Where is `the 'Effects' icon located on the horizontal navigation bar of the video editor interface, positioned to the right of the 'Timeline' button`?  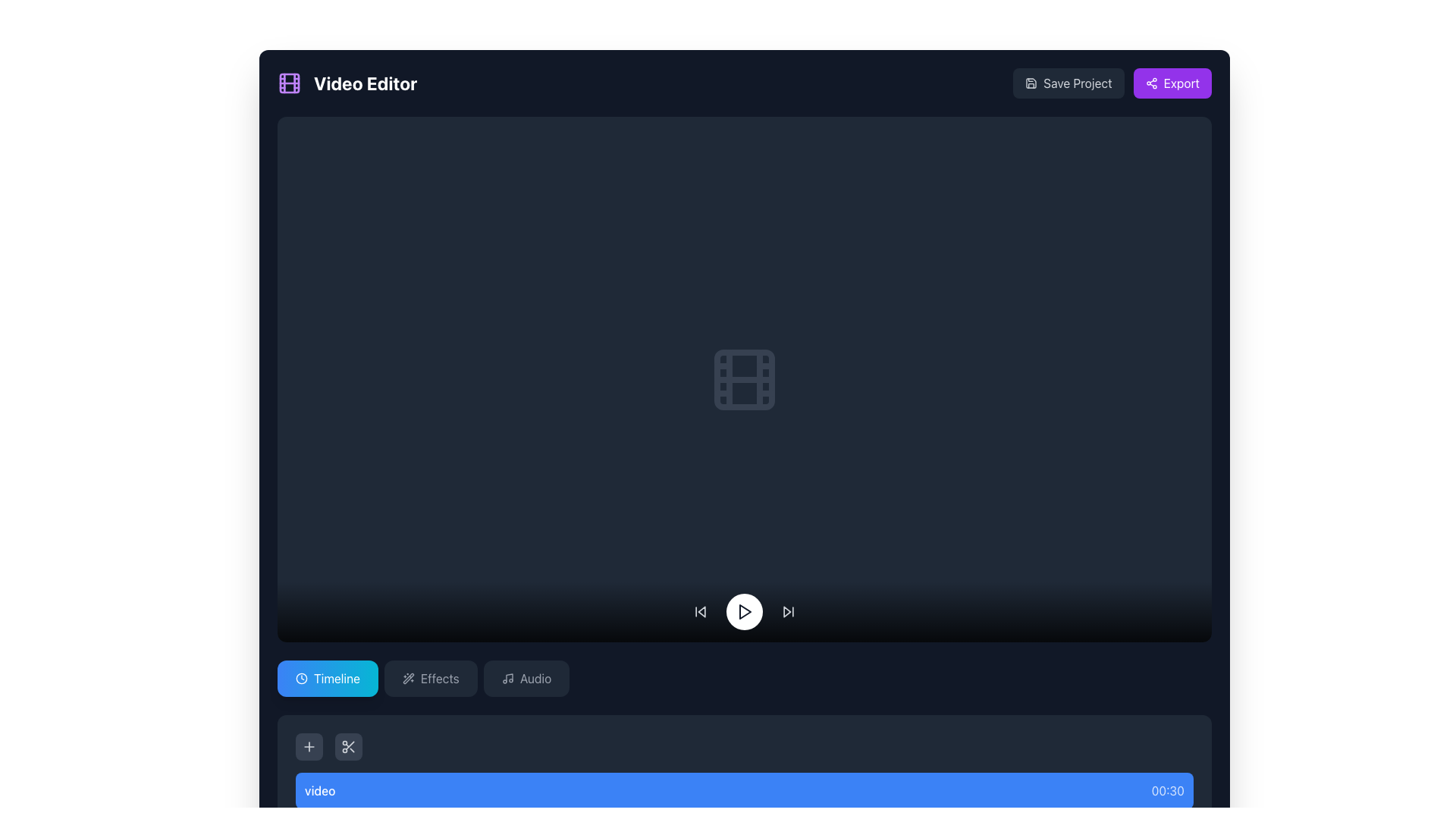 the 'Effects' icon located on the horizontal navigation bar of the video editor interface, positioned to the right of the 'Timeline' button is located at coordinates (408, 677).